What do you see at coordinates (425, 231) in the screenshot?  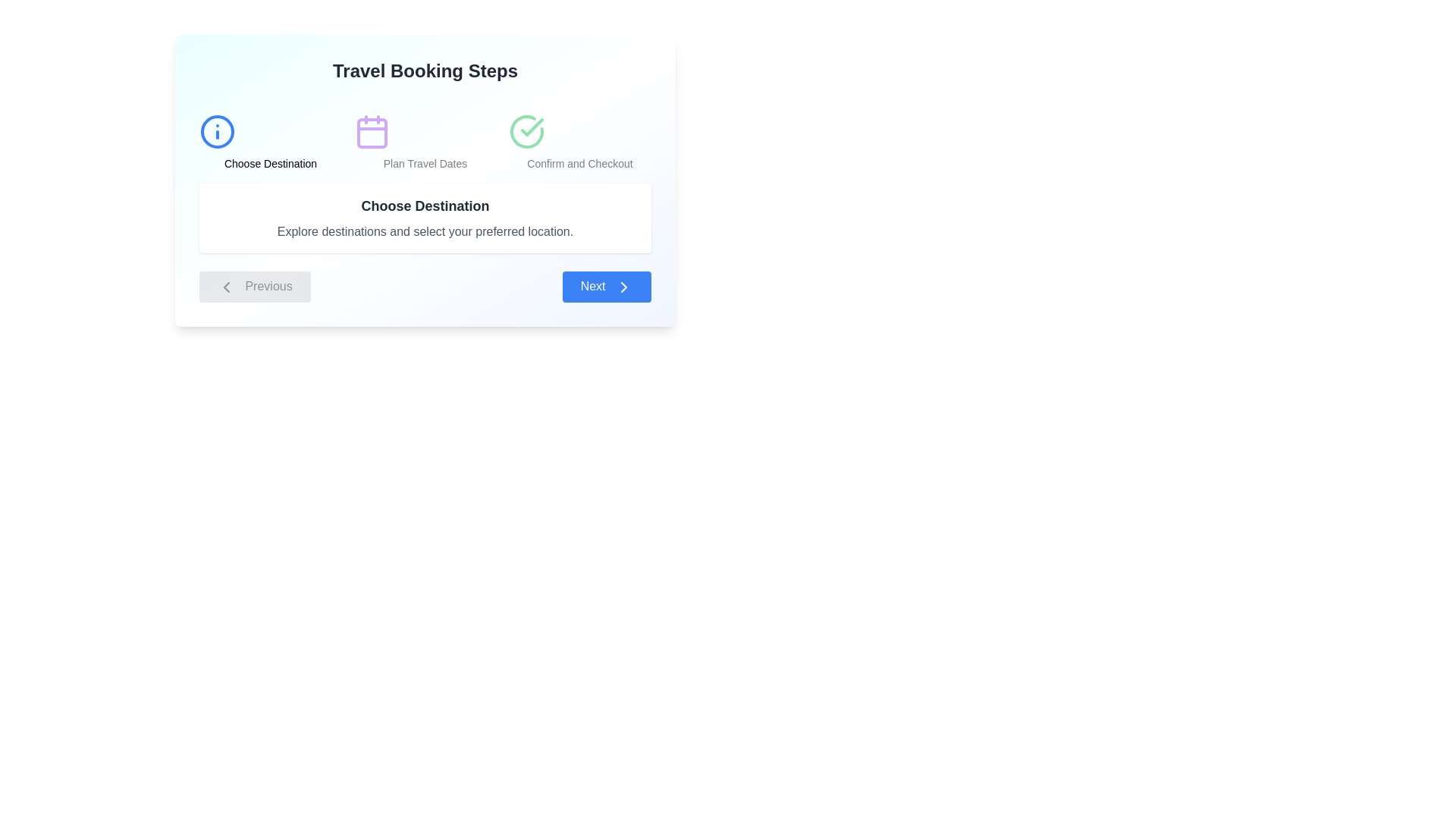 I see `the text label reading 'Explore destinations and select your preferred location.' which is located under the header 'Choose Destination.'` at bounding box center [425, 231].